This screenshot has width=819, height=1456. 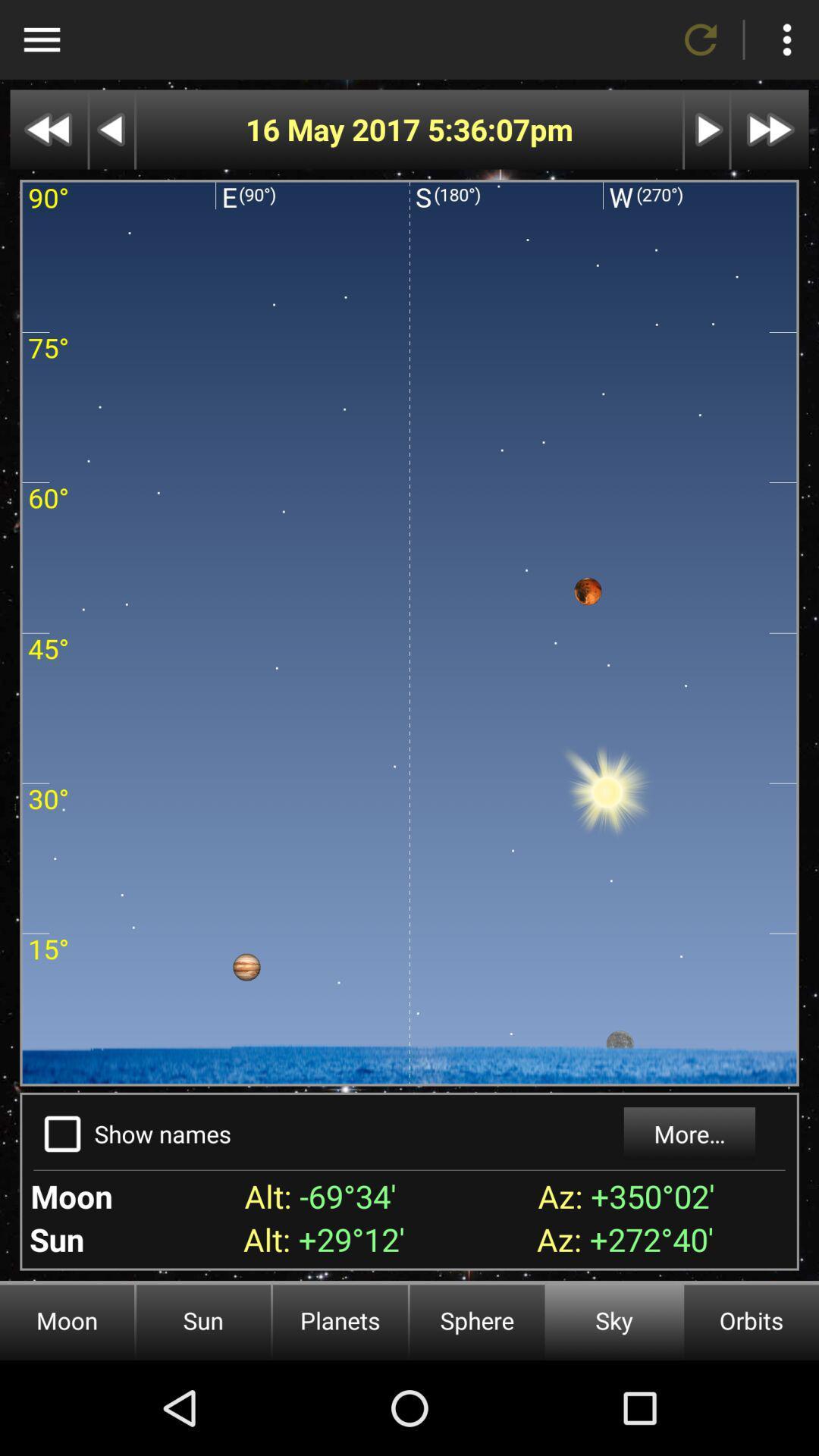 What do you see at coordinates (41, 39) in the screenshot?
I see `menu curtain` at bounding box center [41, 39].